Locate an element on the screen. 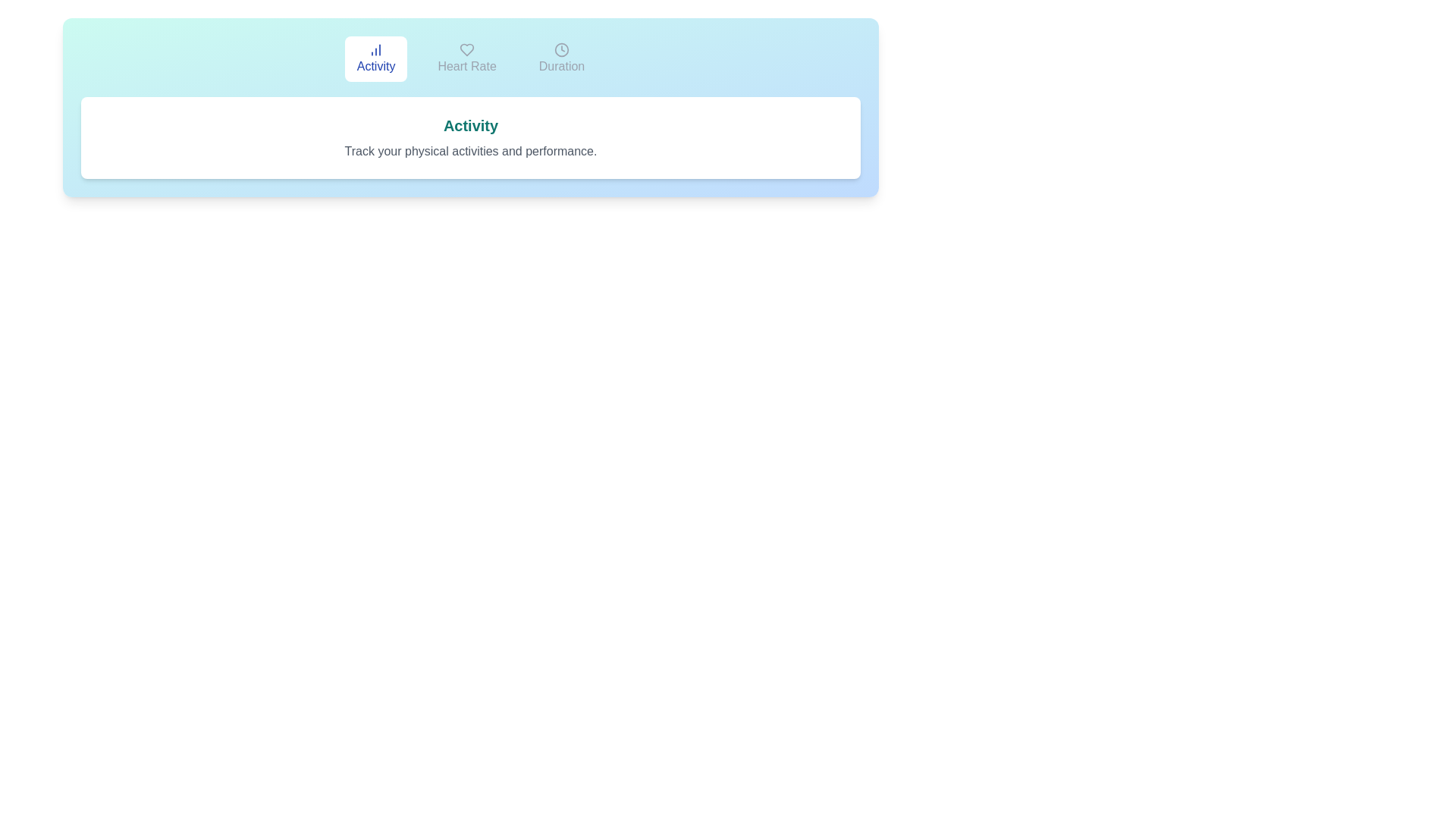  the Duration tab by clicking on it is located at coordinates (560, 58).